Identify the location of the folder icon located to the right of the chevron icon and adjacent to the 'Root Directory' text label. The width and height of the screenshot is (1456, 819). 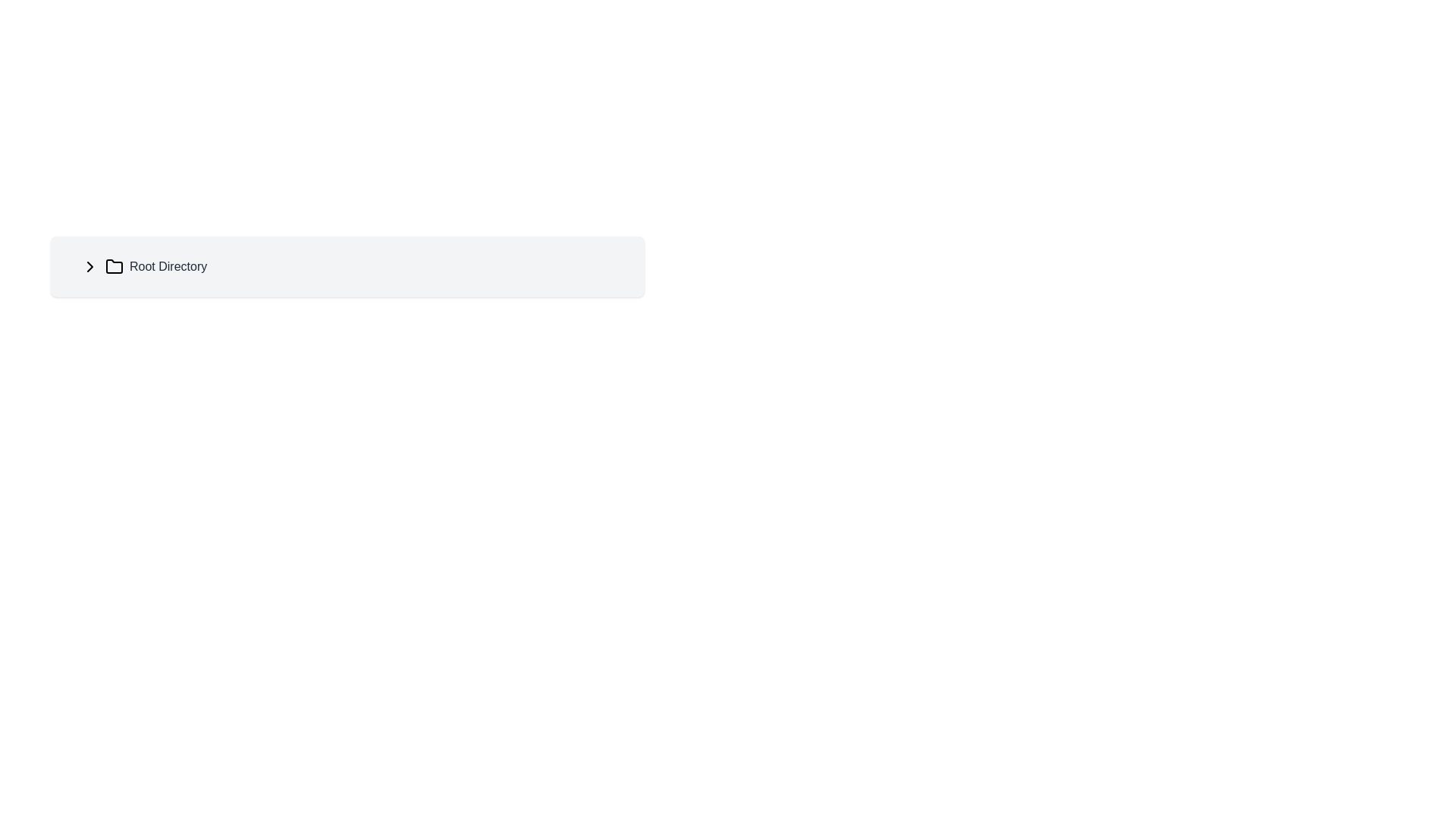
(113, 265).